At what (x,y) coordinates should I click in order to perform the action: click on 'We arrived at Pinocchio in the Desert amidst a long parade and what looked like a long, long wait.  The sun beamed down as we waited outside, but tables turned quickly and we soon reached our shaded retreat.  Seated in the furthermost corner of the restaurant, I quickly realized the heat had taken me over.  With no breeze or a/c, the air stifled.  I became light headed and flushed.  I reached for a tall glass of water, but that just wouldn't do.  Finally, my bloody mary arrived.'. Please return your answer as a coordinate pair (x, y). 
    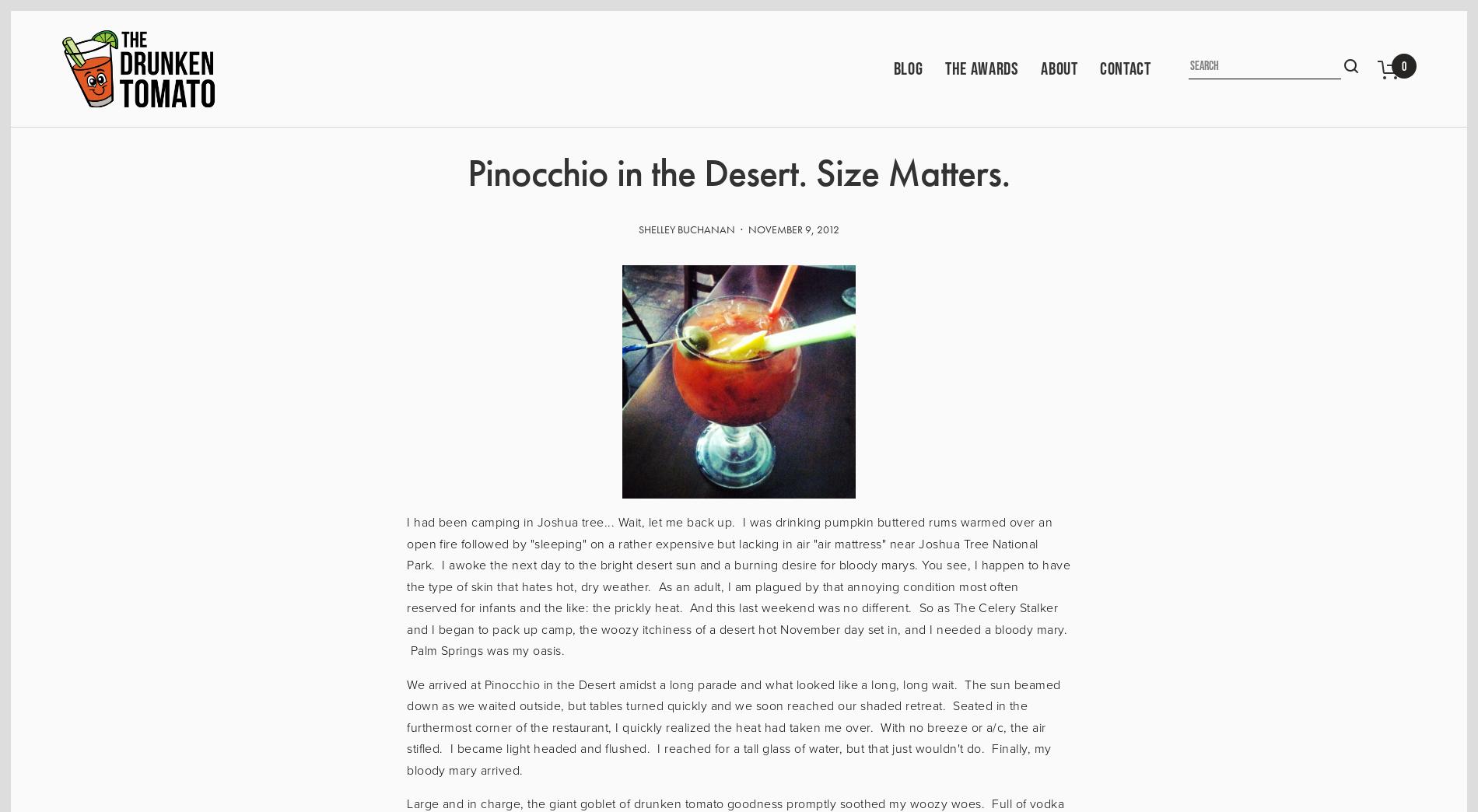
    Looking at the image, I should click on (732, 726).